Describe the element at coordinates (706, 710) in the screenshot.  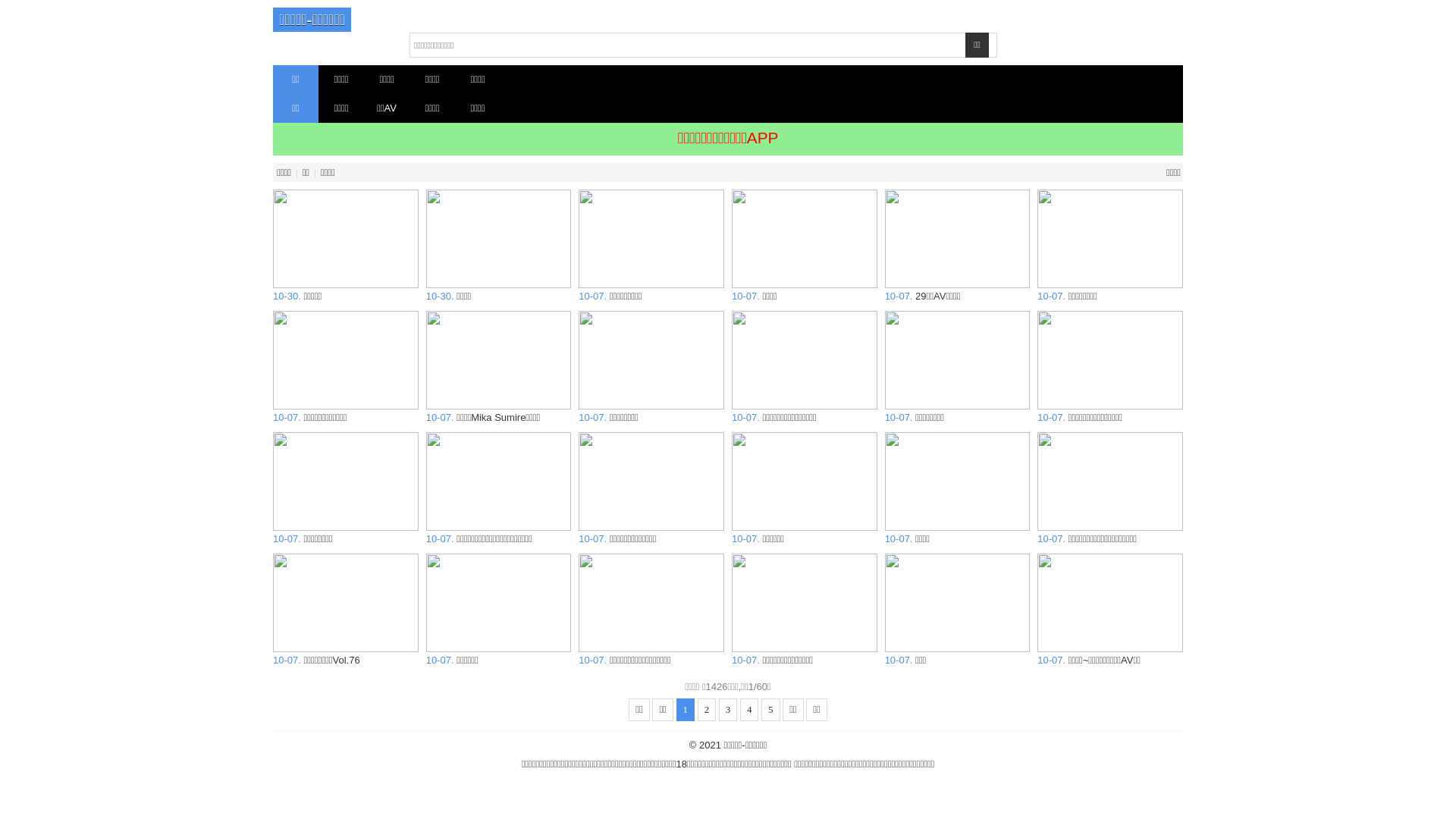
I see `'2'` at that location.